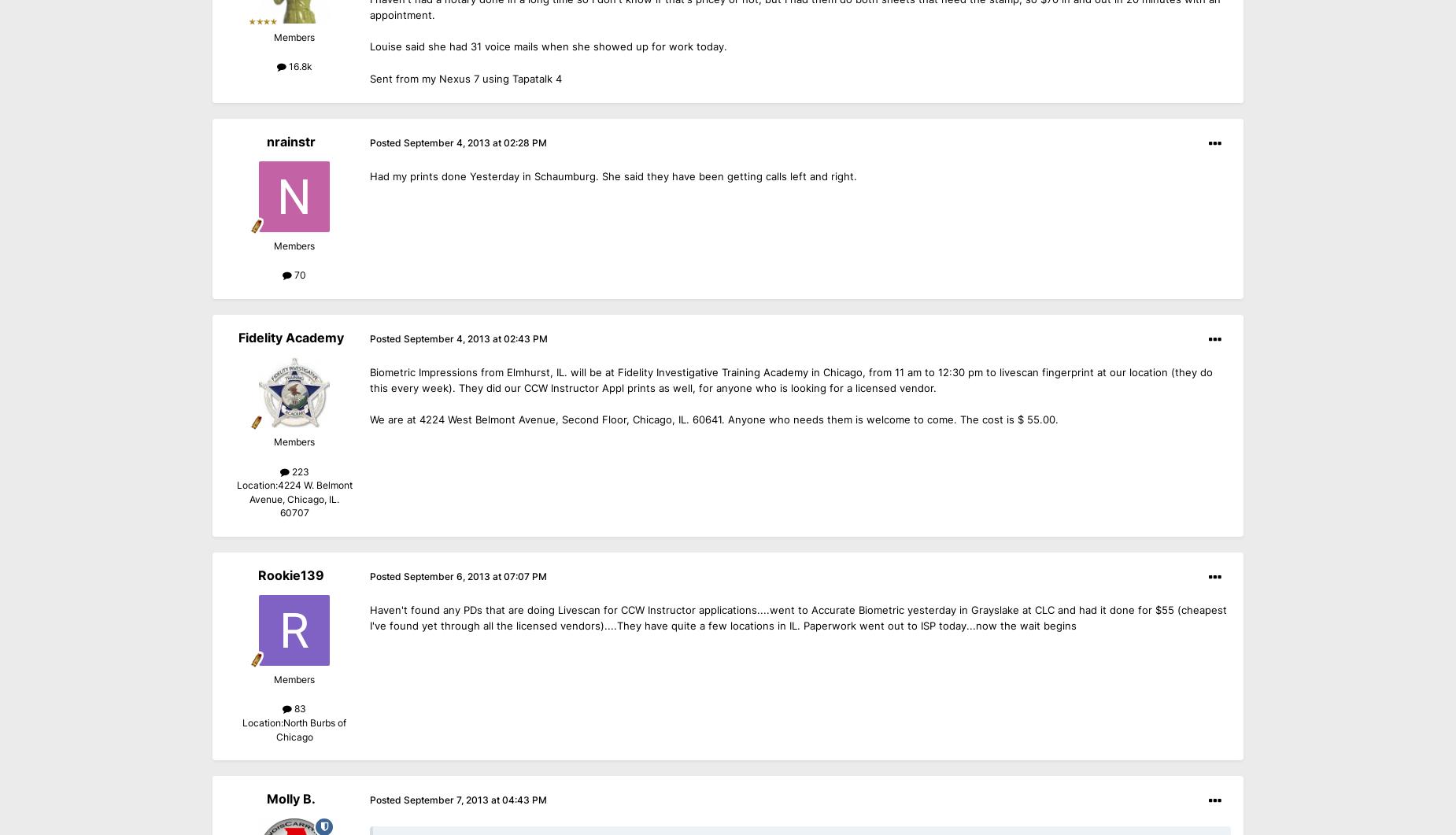 The width and height of the screenshot is (1456, 835). What do you see at coordinates (290, 139) in the screenshot?
I see `'nrainstr'` at bounding box center [290, 139].